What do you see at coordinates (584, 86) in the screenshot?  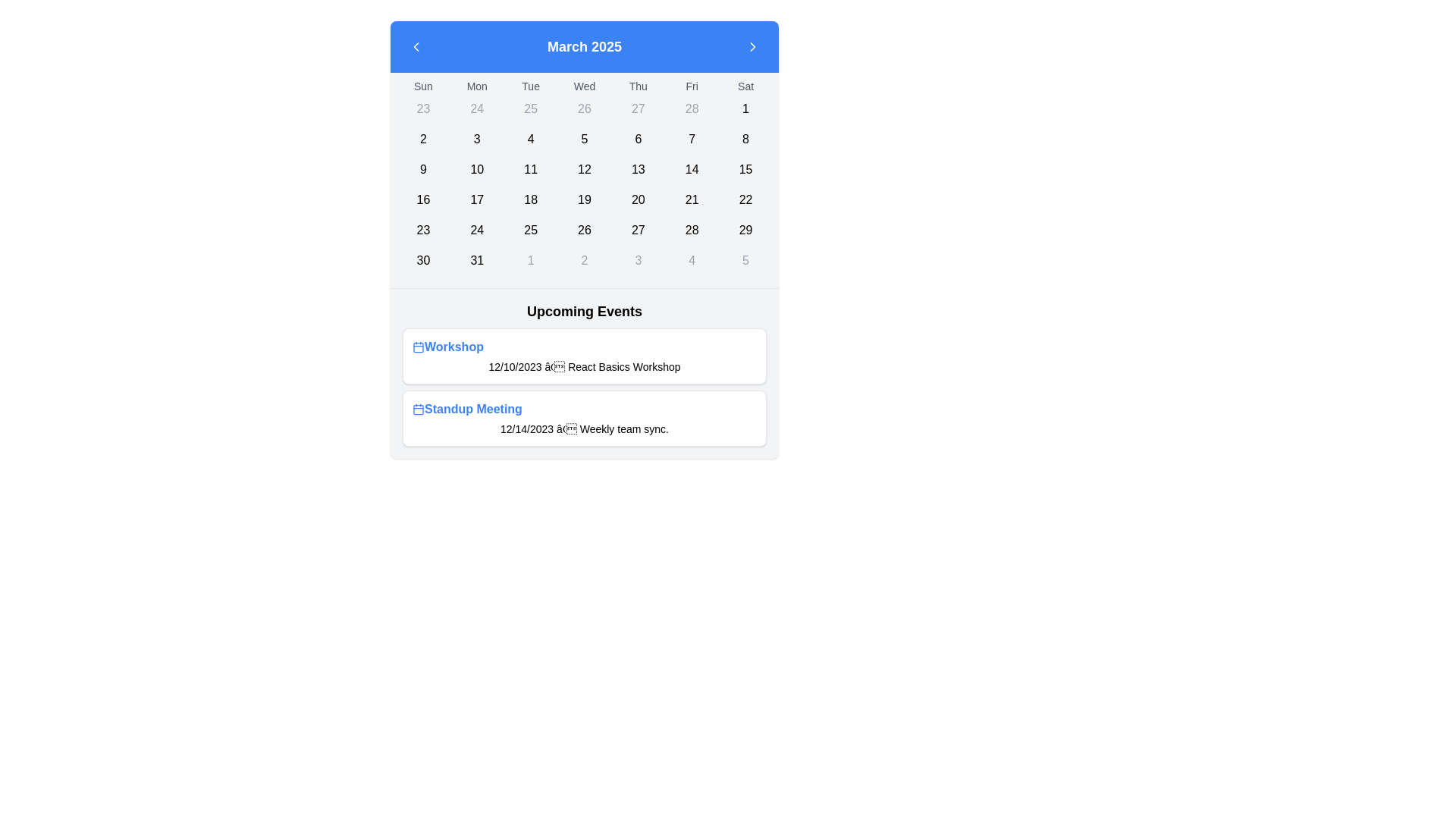 I see `the Text label indicating 'Wed' in the header row of the calendar for March 2025, which is positioned between 'Tue' and 'Thu'` at bounding box center [584, 86].